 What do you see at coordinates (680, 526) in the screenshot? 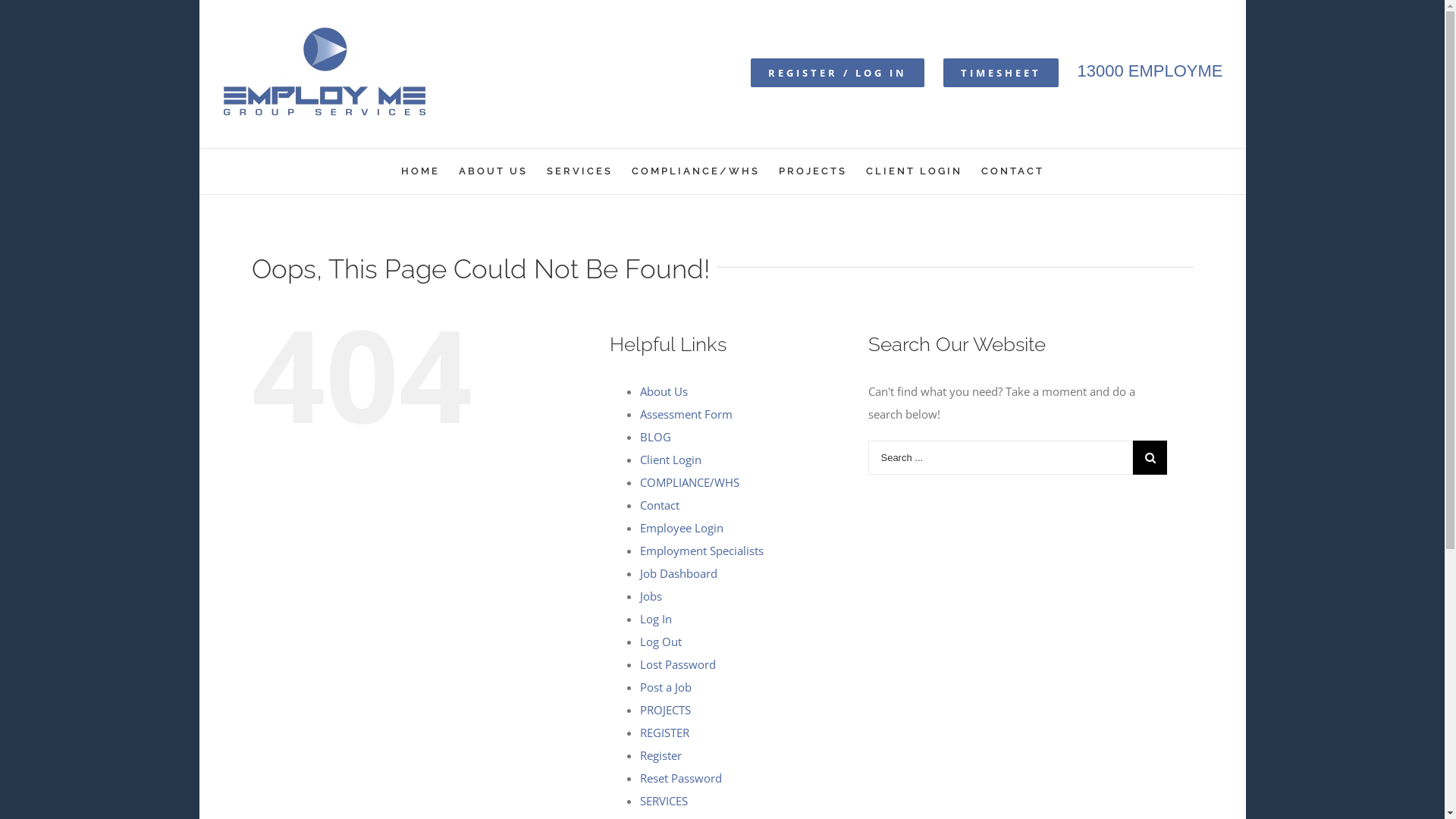
I see `'Employee Login'` at bounding box center [680, 526].